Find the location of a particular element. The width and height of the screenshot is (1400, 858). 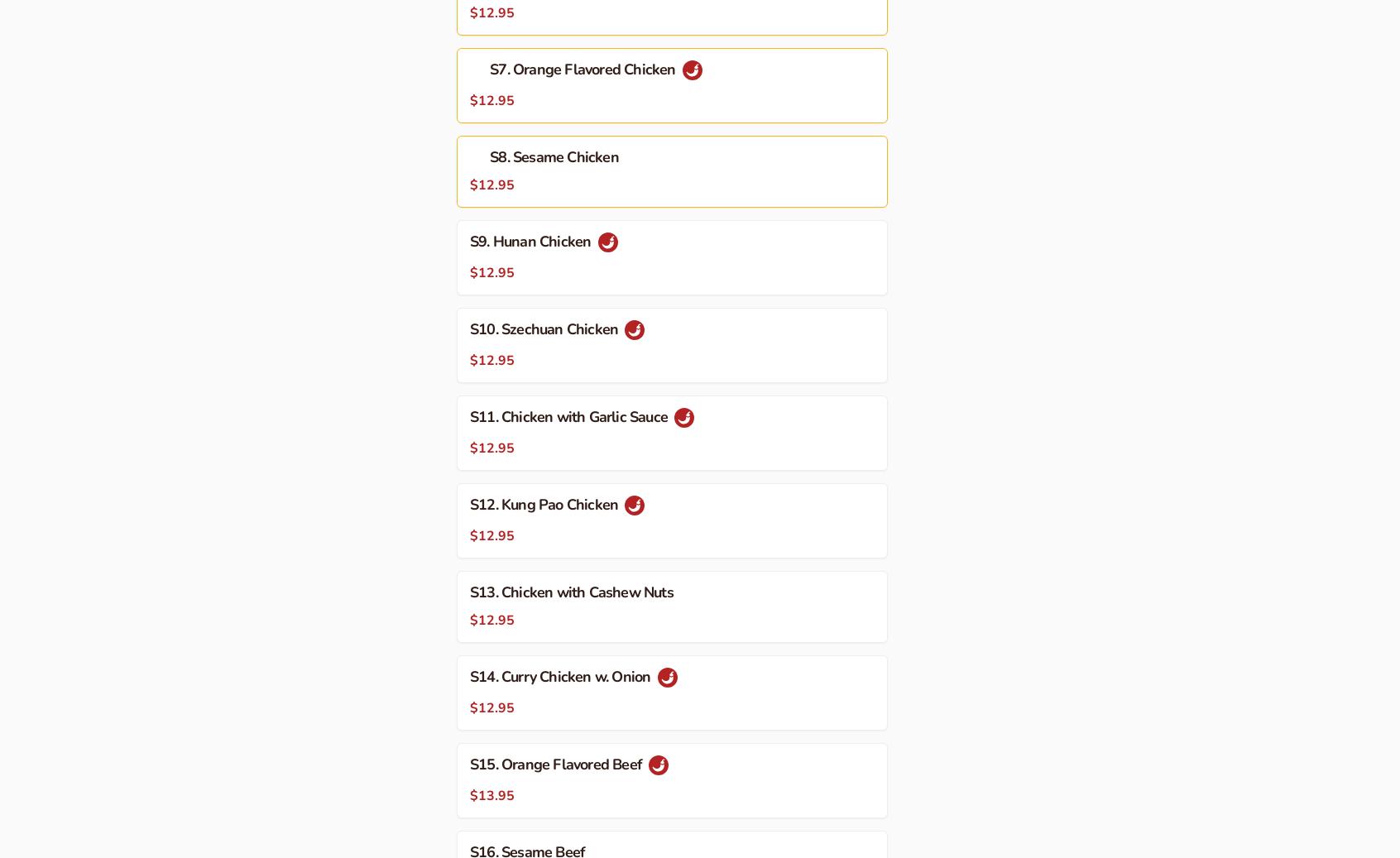

'S12.  Kung Pao Chicken' is located at coordinates (545, 504).